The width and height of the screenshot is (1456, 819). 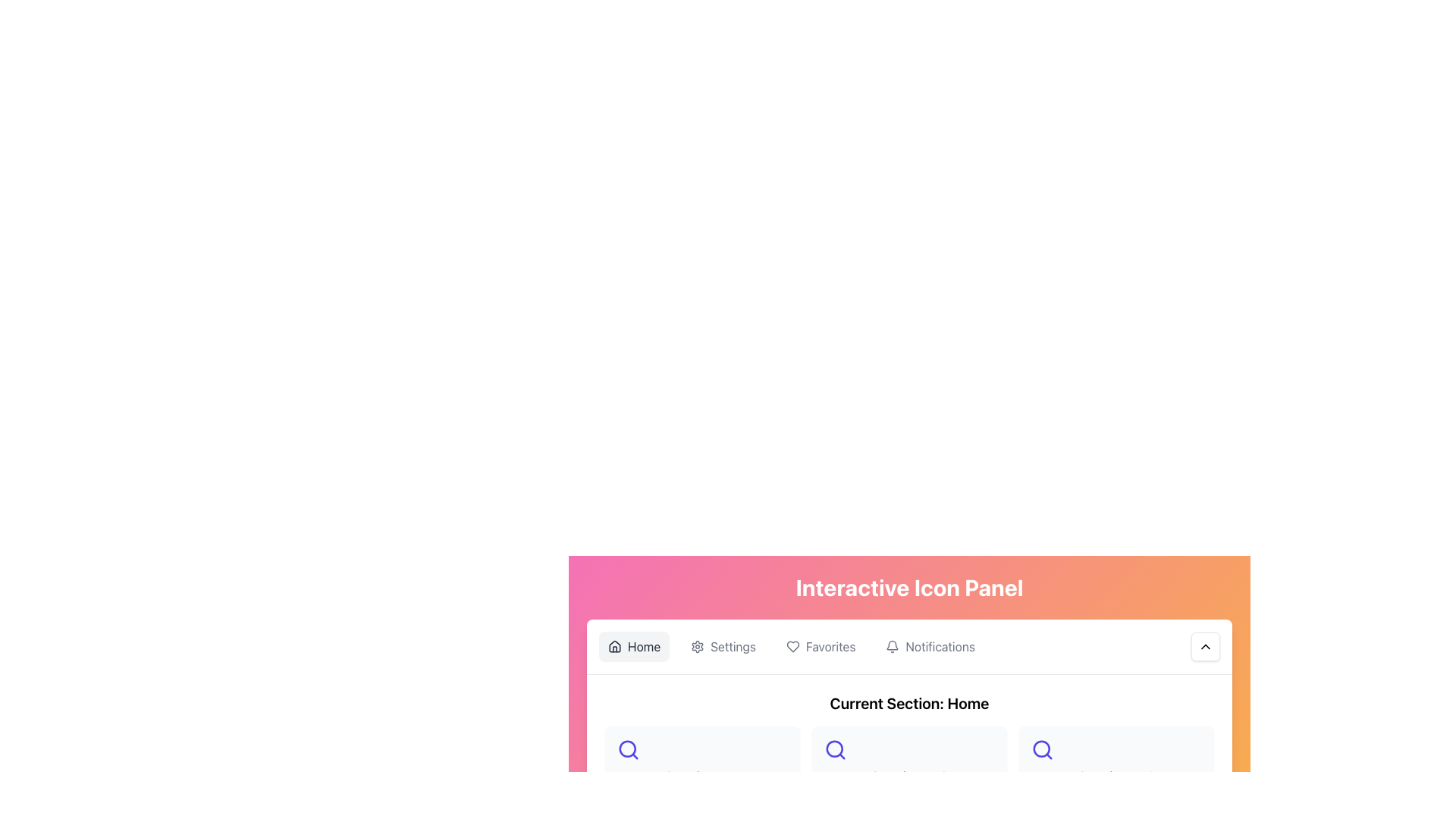 I want to click on the settings icon in the horizontal navigation bar, so click(x=697, y=646).